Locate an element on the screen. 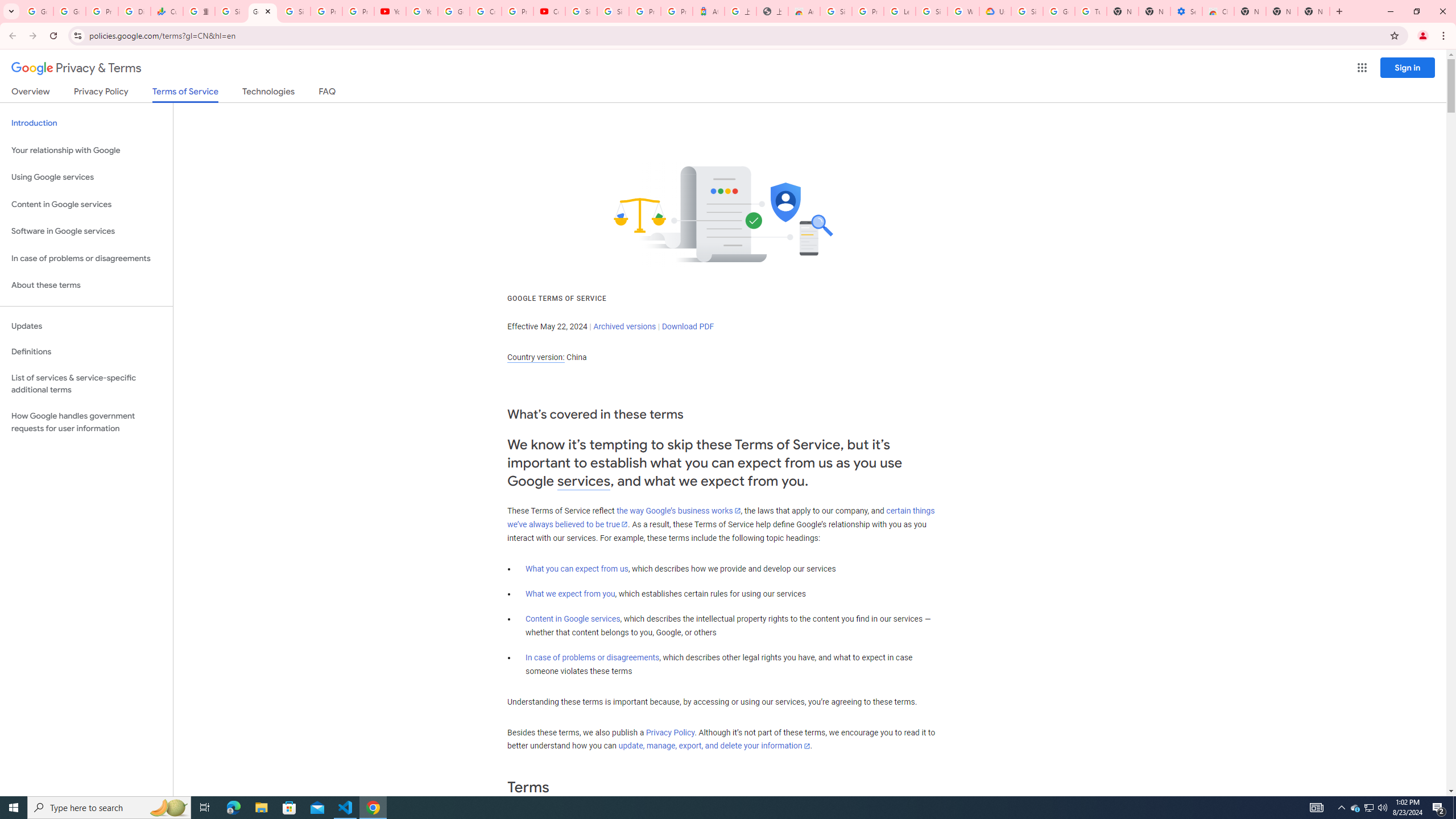  'Awesome Screen Recorder & Screenshot - Chrome Web Store' is located at coordinates (804, 11).